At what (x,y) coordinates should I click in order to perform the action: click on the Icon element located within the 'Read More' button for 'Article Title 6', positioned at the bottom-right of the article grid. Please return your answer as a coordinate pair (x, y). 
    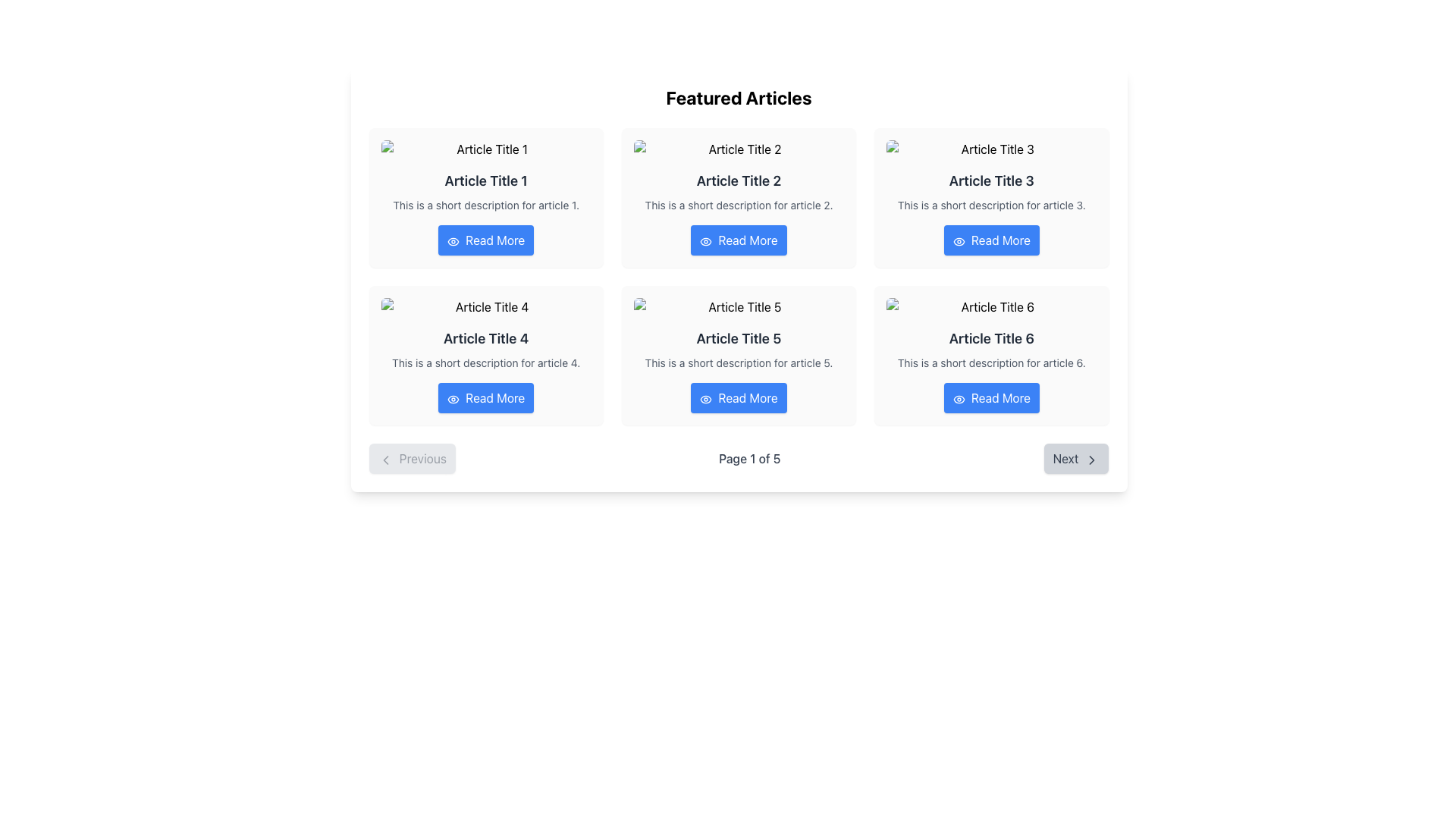
    Looking at the image, I should click on (958, 398).